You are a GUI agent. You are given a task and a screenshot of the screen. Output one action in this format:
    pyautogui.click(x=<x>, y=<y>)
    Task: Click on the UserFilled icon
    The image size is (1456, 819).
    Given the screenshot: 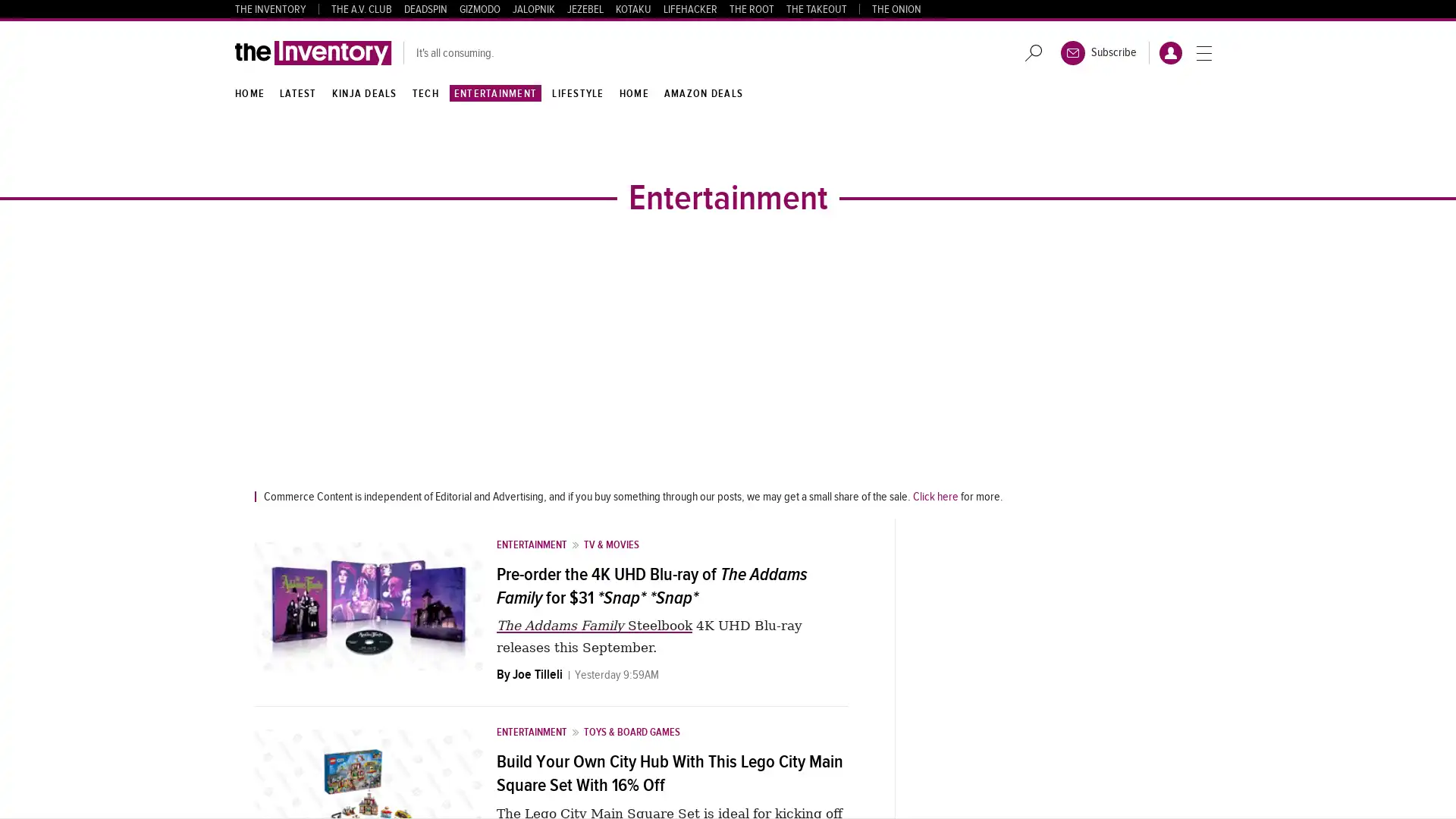 What is the action you would take?
    pyautogui.click(x=1170, y=52)
    